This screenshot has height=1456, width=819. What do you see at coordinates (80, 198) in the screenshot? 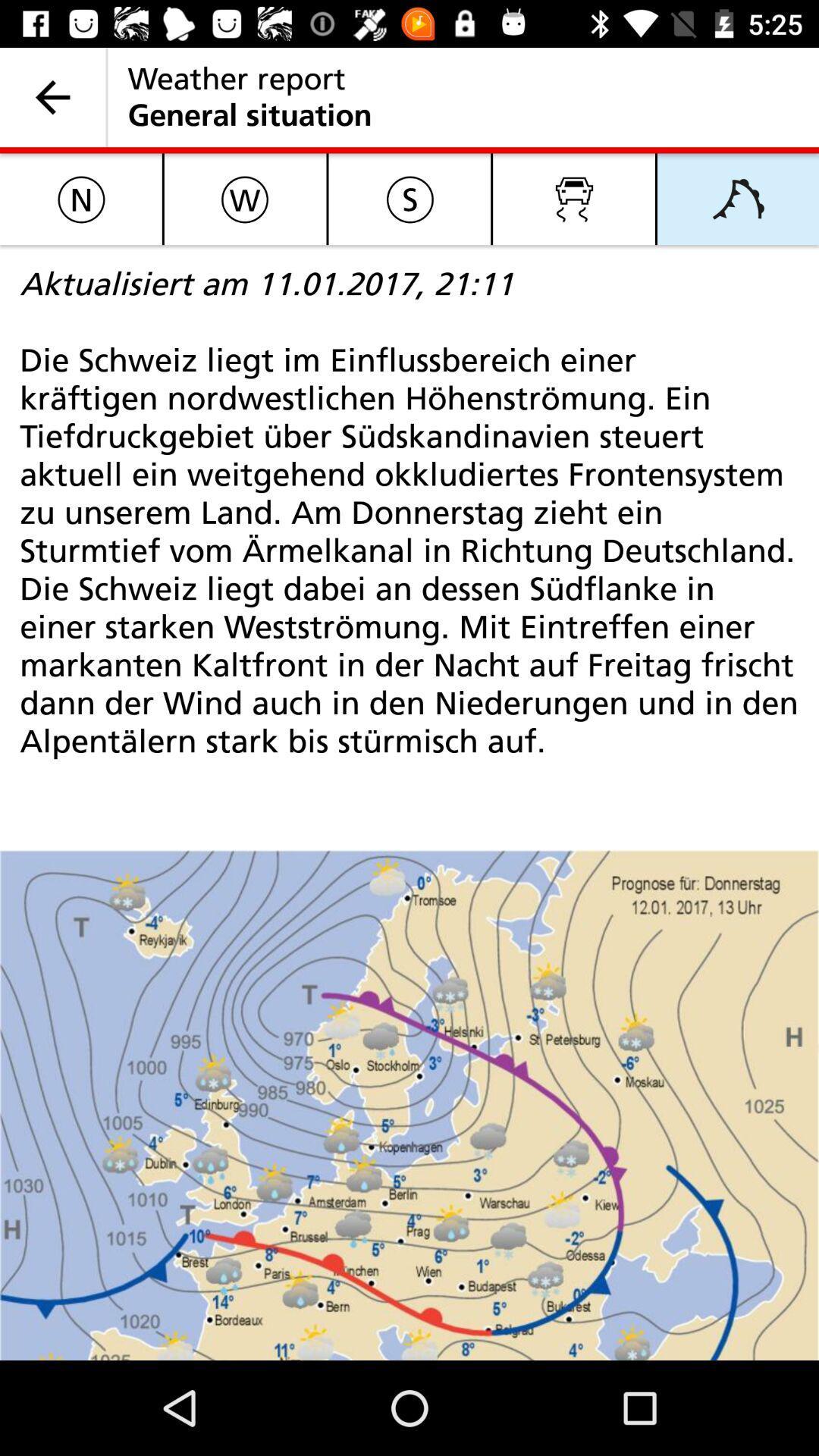
I see `the item above the aktualisiert am 11 item` at bounding box center [80, 198].